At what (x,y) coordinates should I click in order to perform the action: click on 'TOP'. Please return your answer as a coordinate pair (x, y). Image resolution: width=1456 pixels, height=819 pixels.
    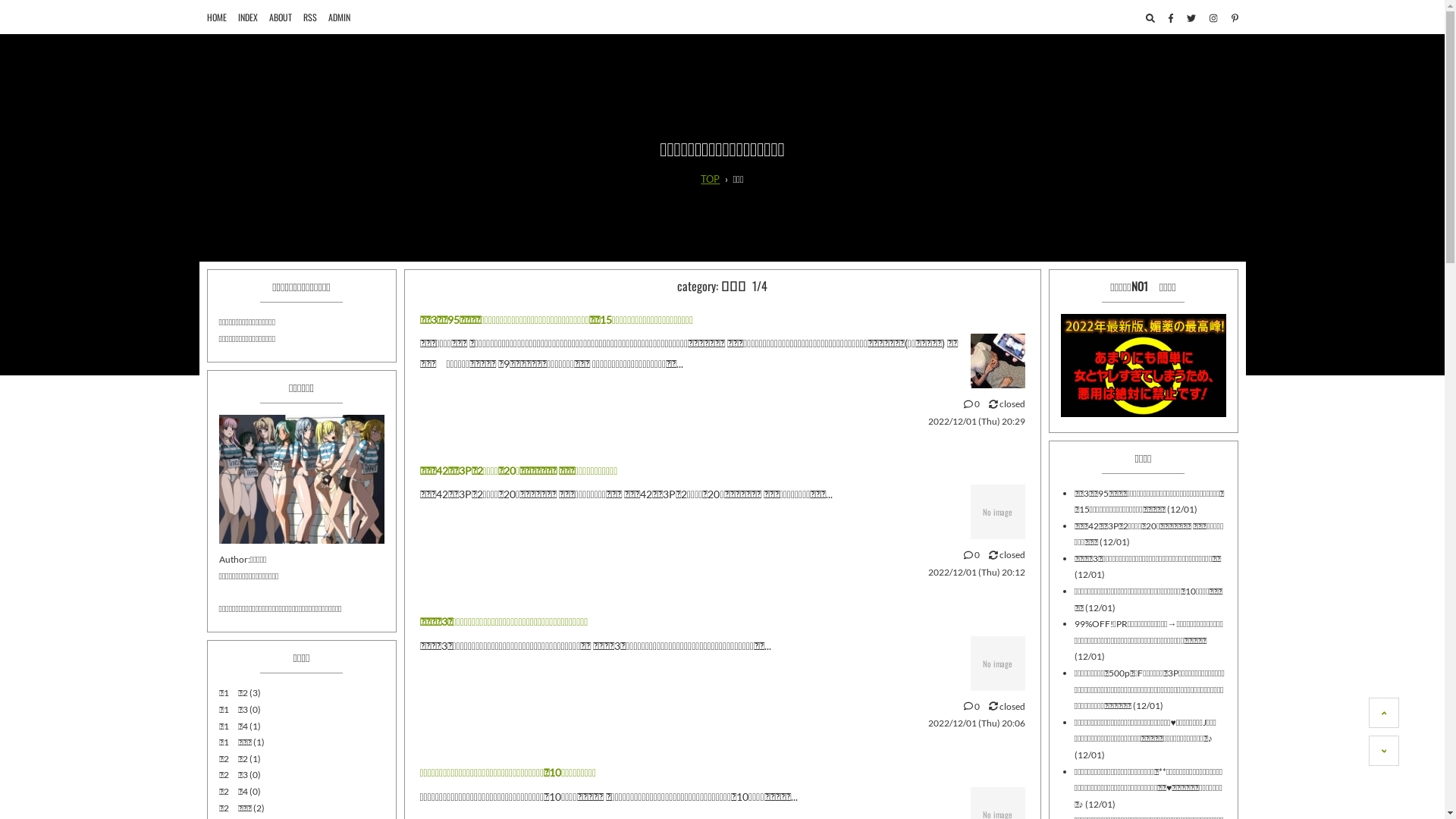
    Looking at the image, I should click on (709, 177).